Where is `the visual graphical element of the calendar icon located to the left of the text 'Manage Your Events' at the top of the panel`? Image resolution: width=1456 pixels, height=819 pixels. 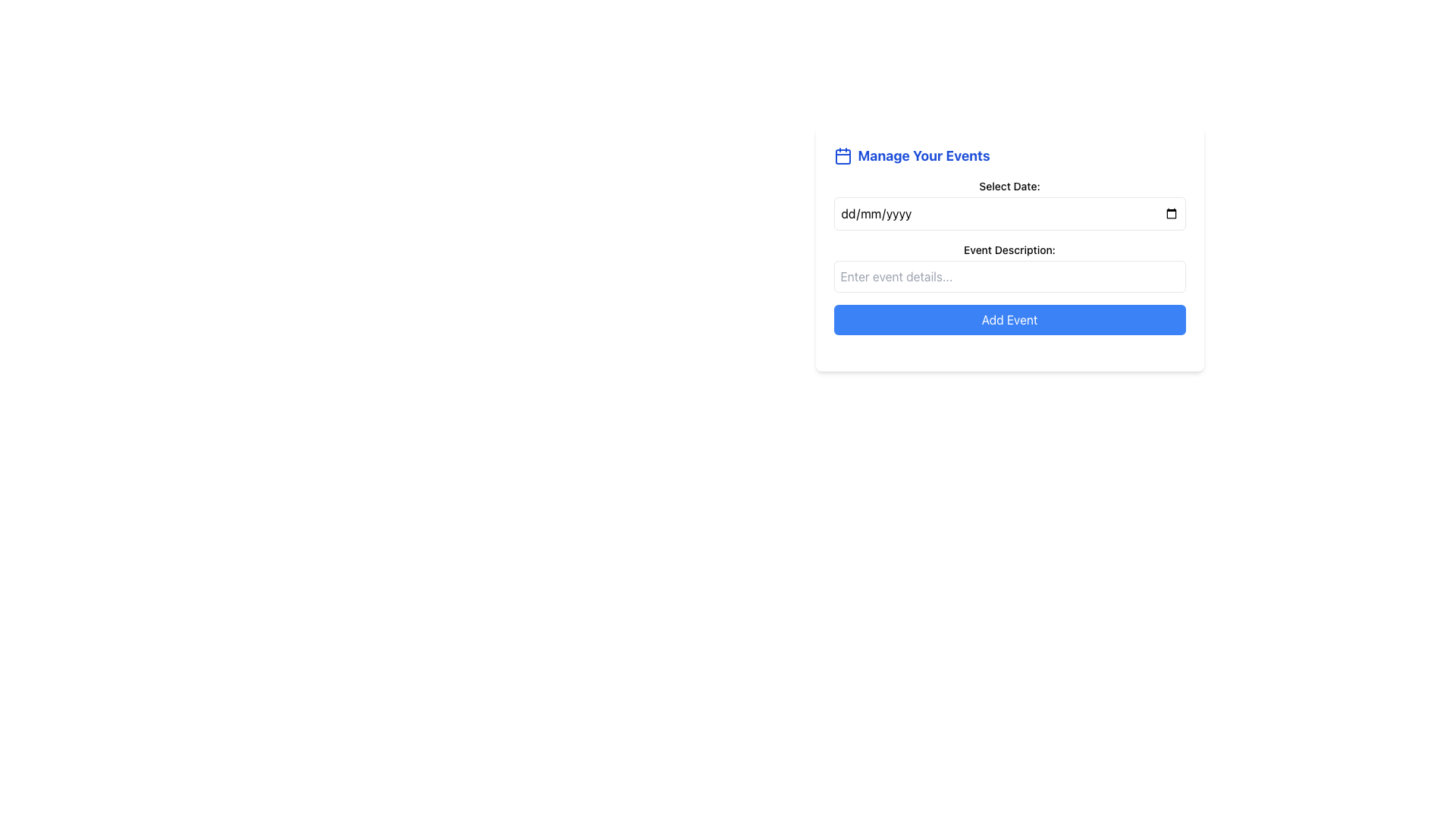
the visual graphical element of the calendar icon located to the left of the text 'Manage Your Events' at the top of the panel is located at coordinates (842, 157).